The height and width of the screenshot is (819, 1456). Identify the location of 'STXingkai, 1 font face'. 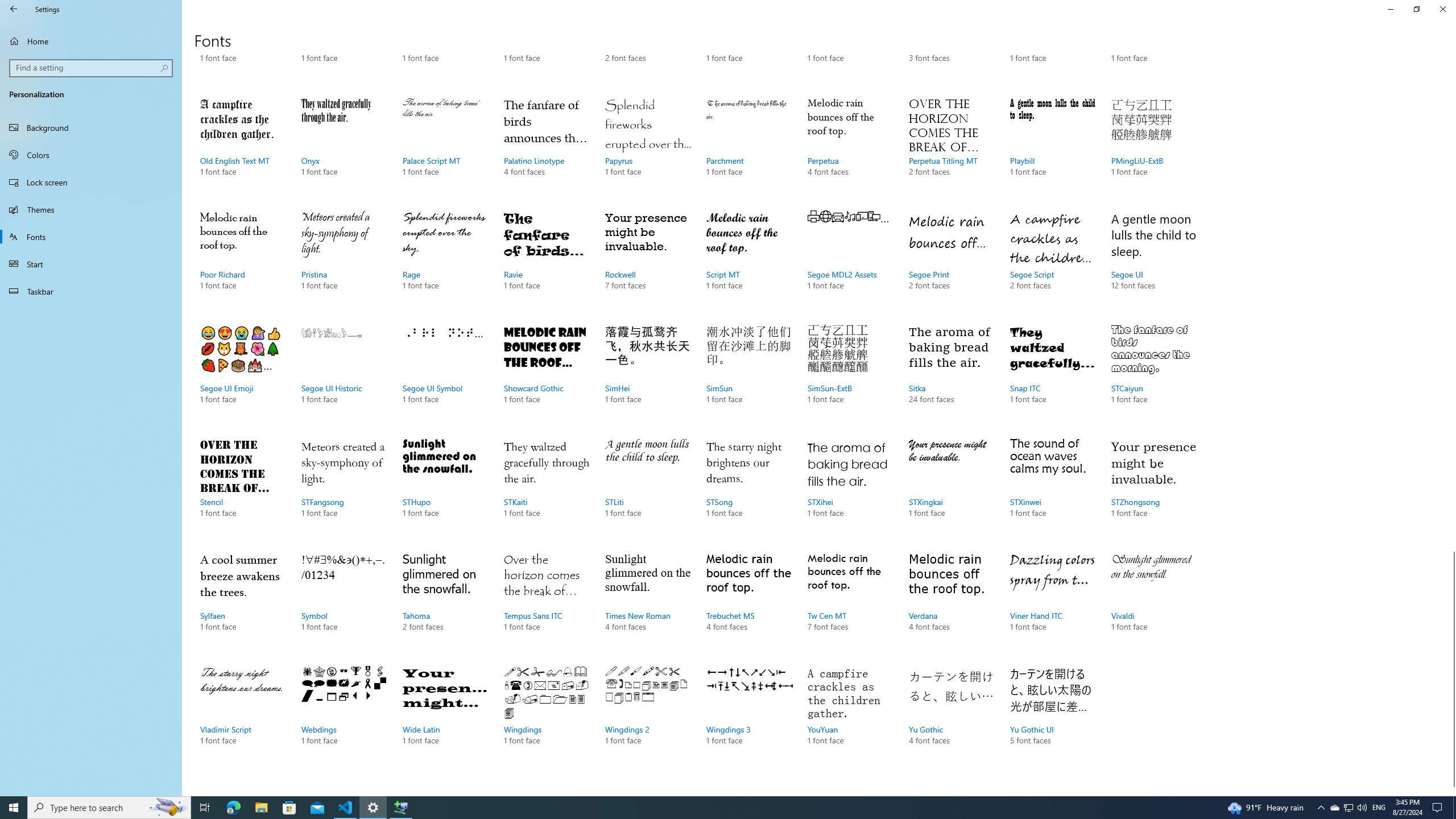
(950, 489).